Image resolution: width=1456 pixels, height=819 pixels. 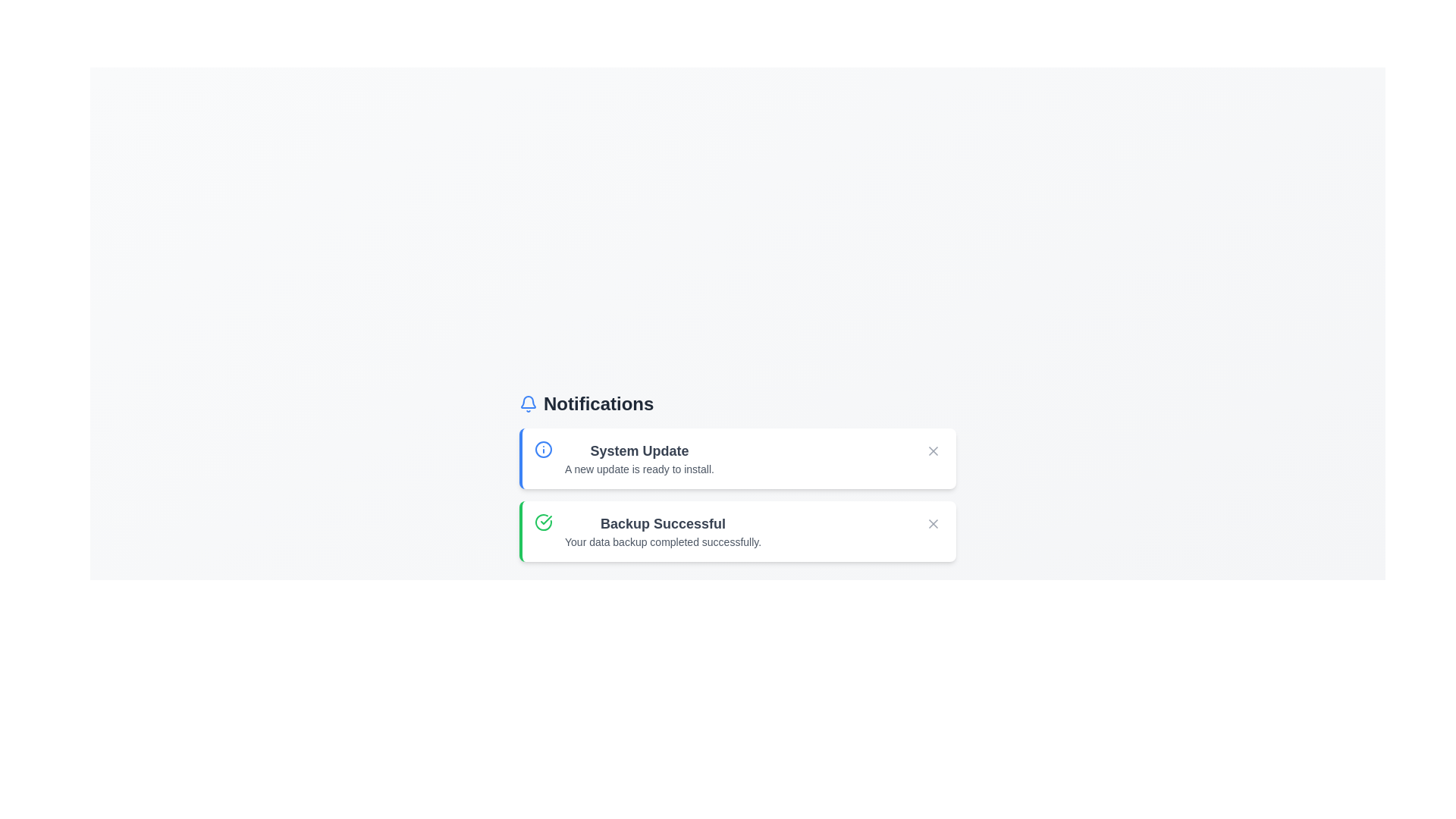 I want to click on the bell-shaped notification icon filled with gentle blue color located in the notification section near the top-left area of the interface, so click(x=528, y=400).